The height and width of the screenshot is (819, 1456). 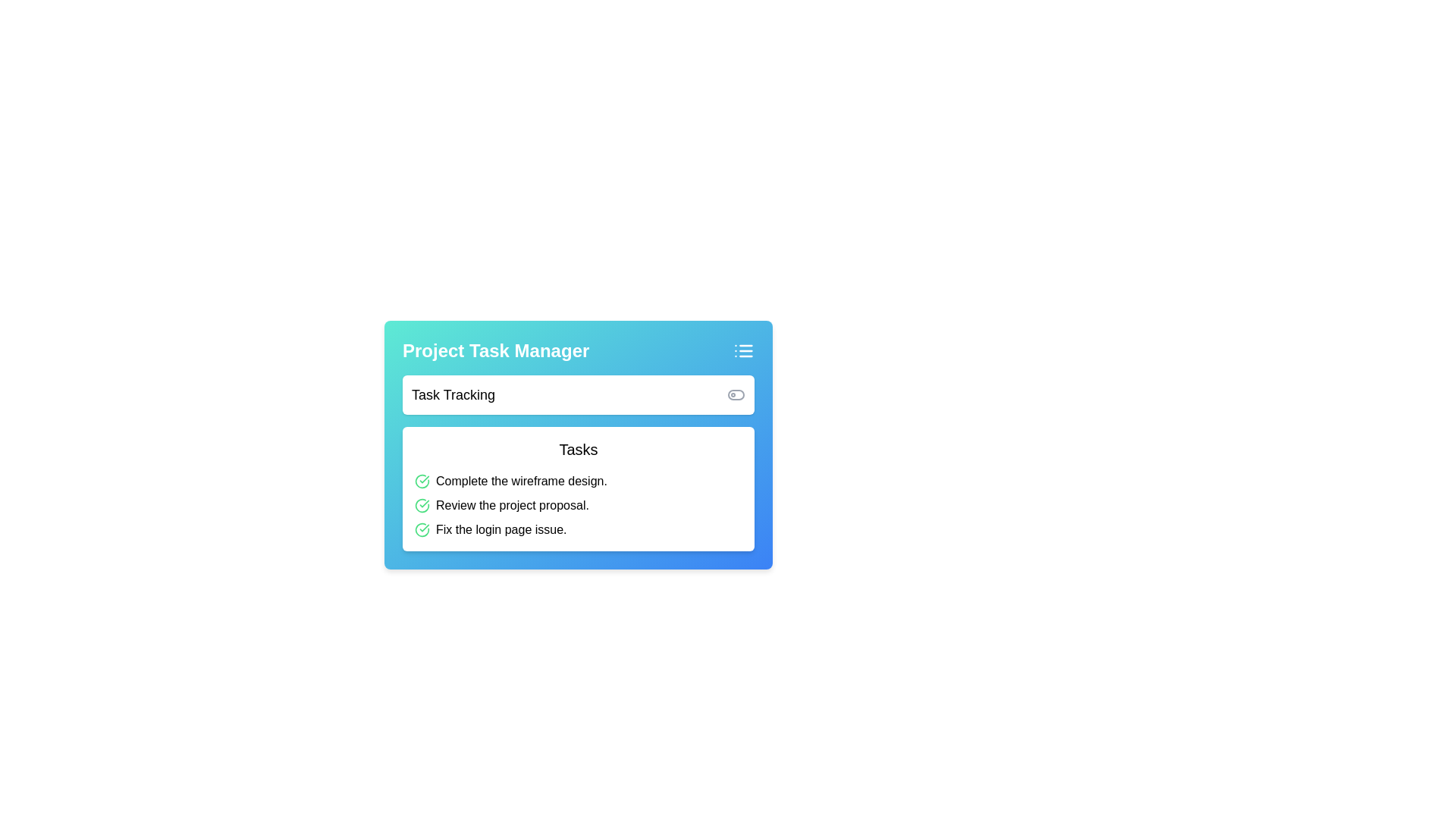 What do you see at coordinates (743, 350) in the screenshot?
I see `the icon or button-like graphical menu element located at the far right of the 'Project Task Manager' header` at bounding box center [743, 350].